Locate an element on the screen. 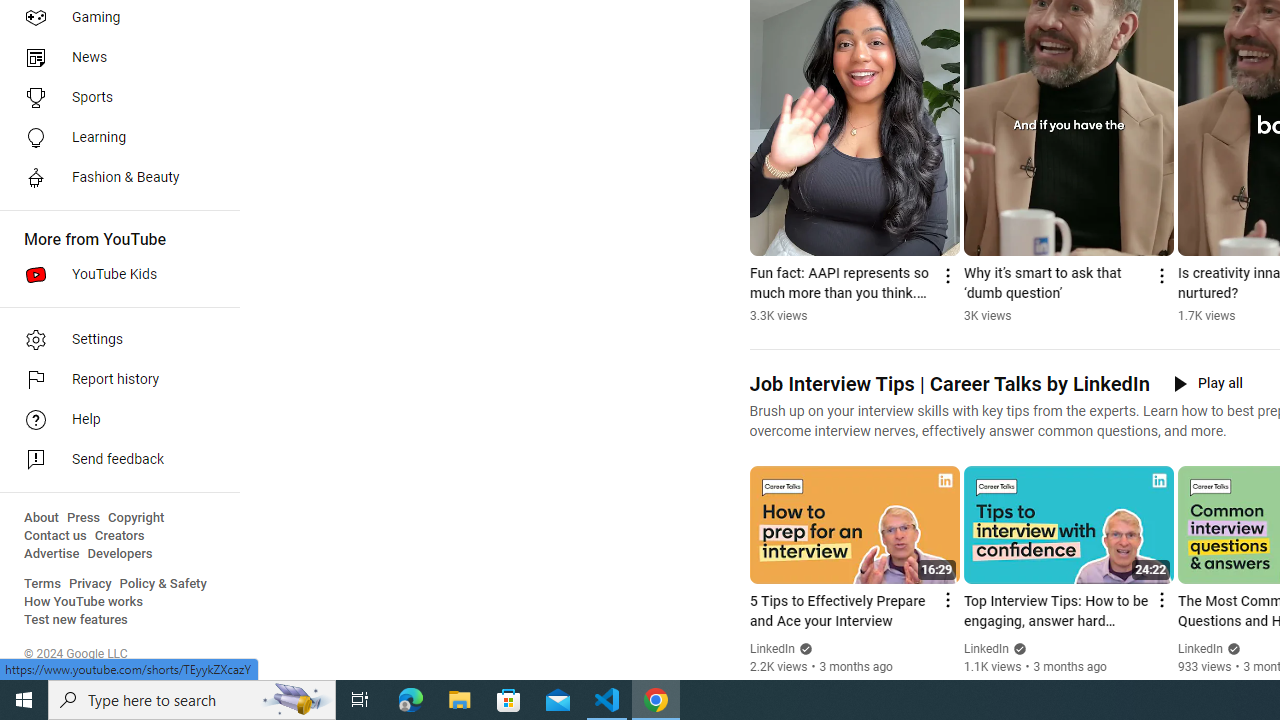 The image size is (1280, 720). 'Policy & Safety' is located at coordinates (163, 584).